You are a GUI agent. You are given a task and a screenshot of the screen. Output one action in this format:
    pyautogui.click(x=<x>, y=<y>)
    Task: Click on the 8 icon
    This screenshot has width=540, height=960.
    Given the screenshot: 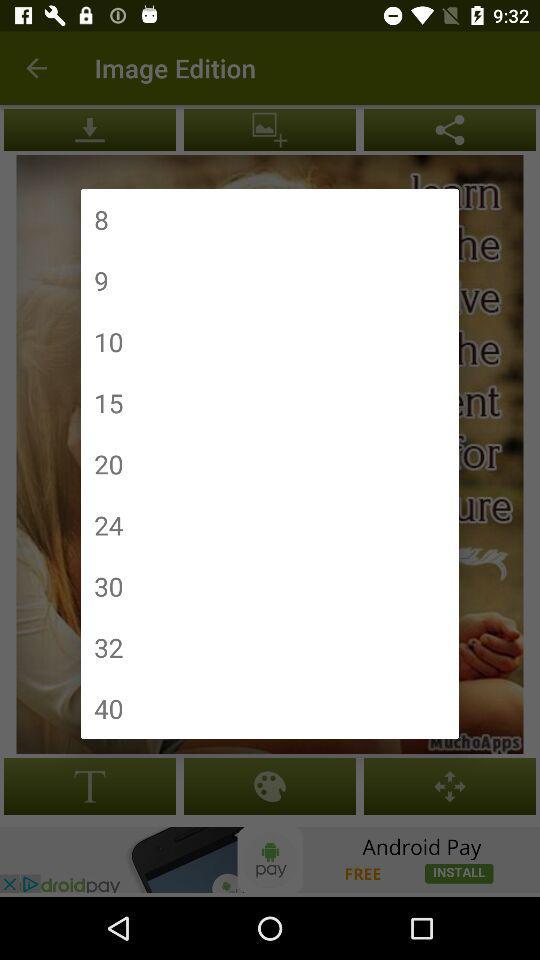 What is the action you would take?
    pyautogui.click(x=100, y=219)
    